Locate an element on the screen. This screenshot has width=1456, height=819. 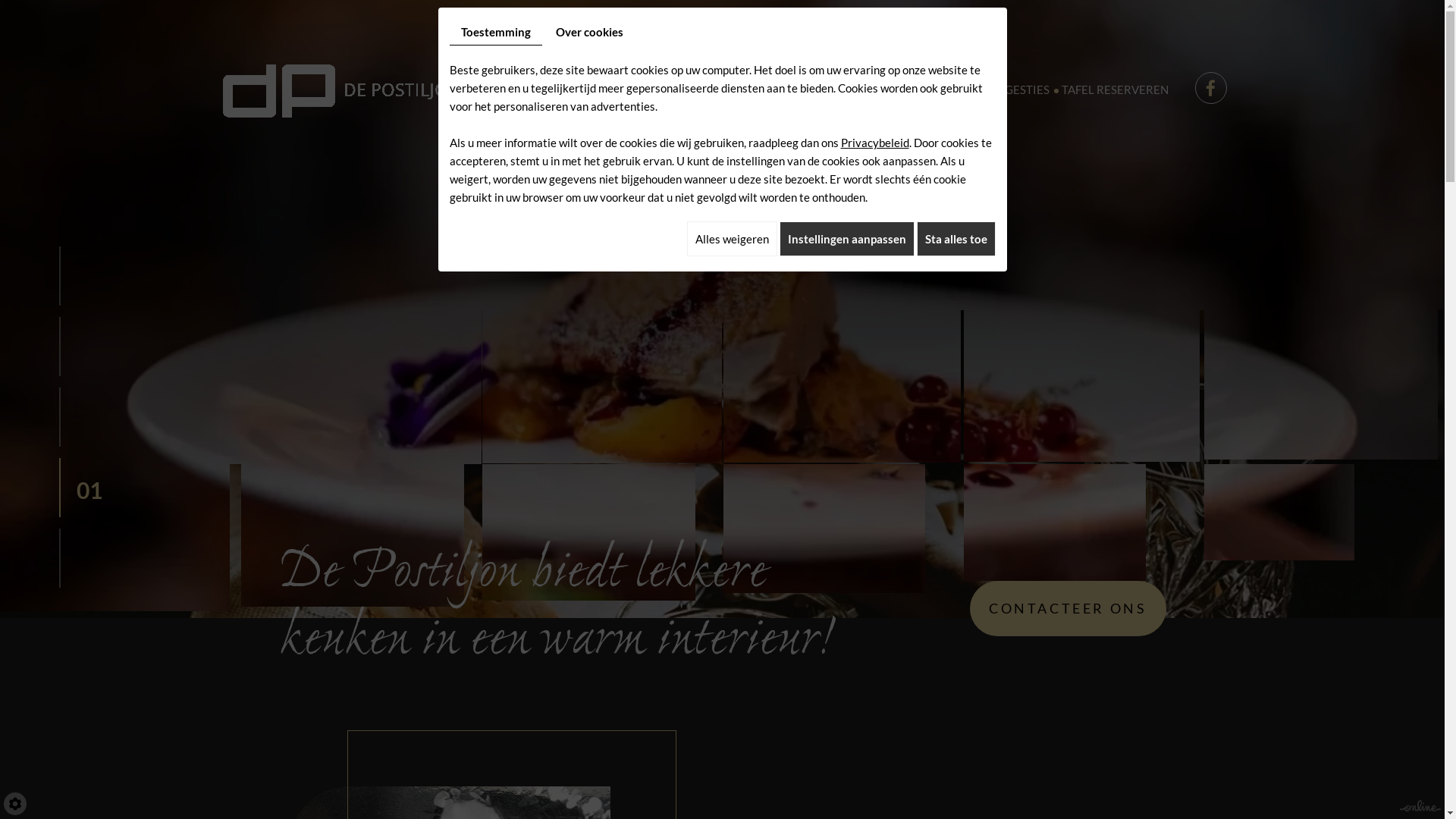
'Instellingen aanpassen' is located at coordinates (846, 239).